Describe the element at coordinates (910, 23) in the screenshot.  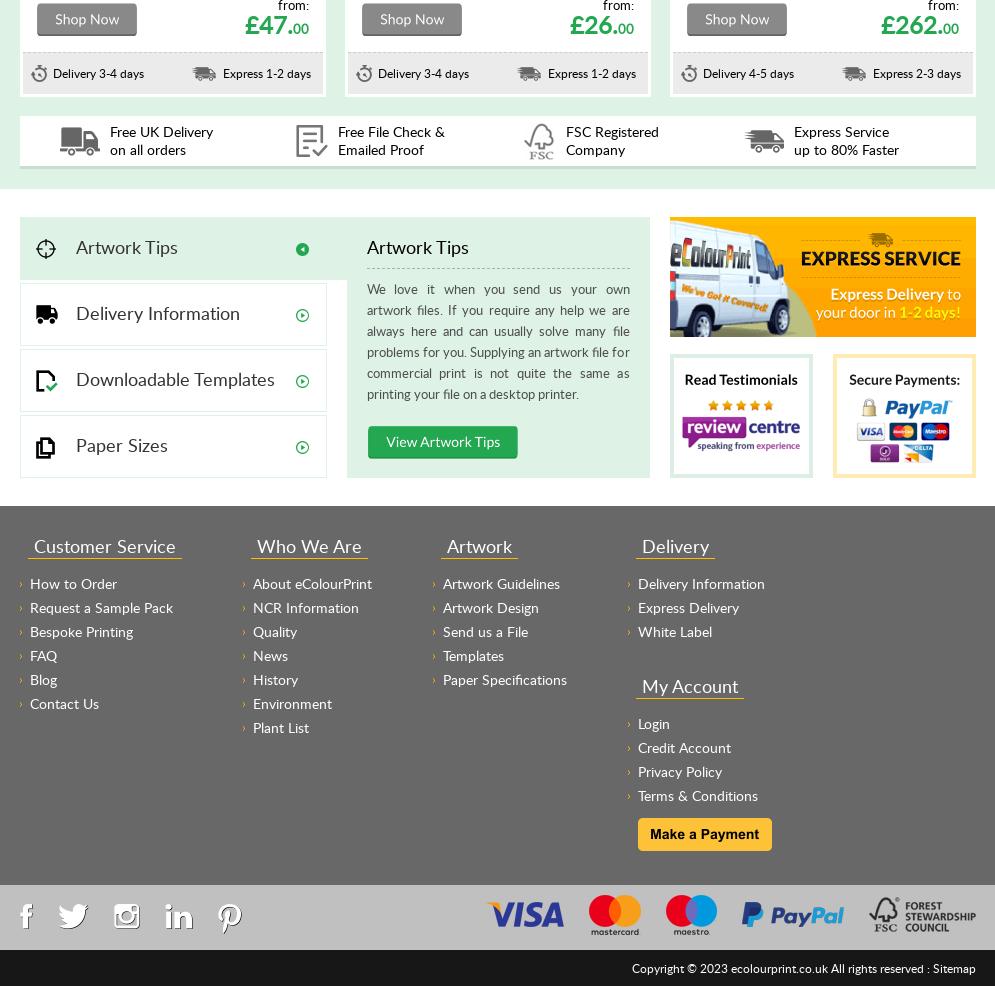
I see `'£262.'` at that location.